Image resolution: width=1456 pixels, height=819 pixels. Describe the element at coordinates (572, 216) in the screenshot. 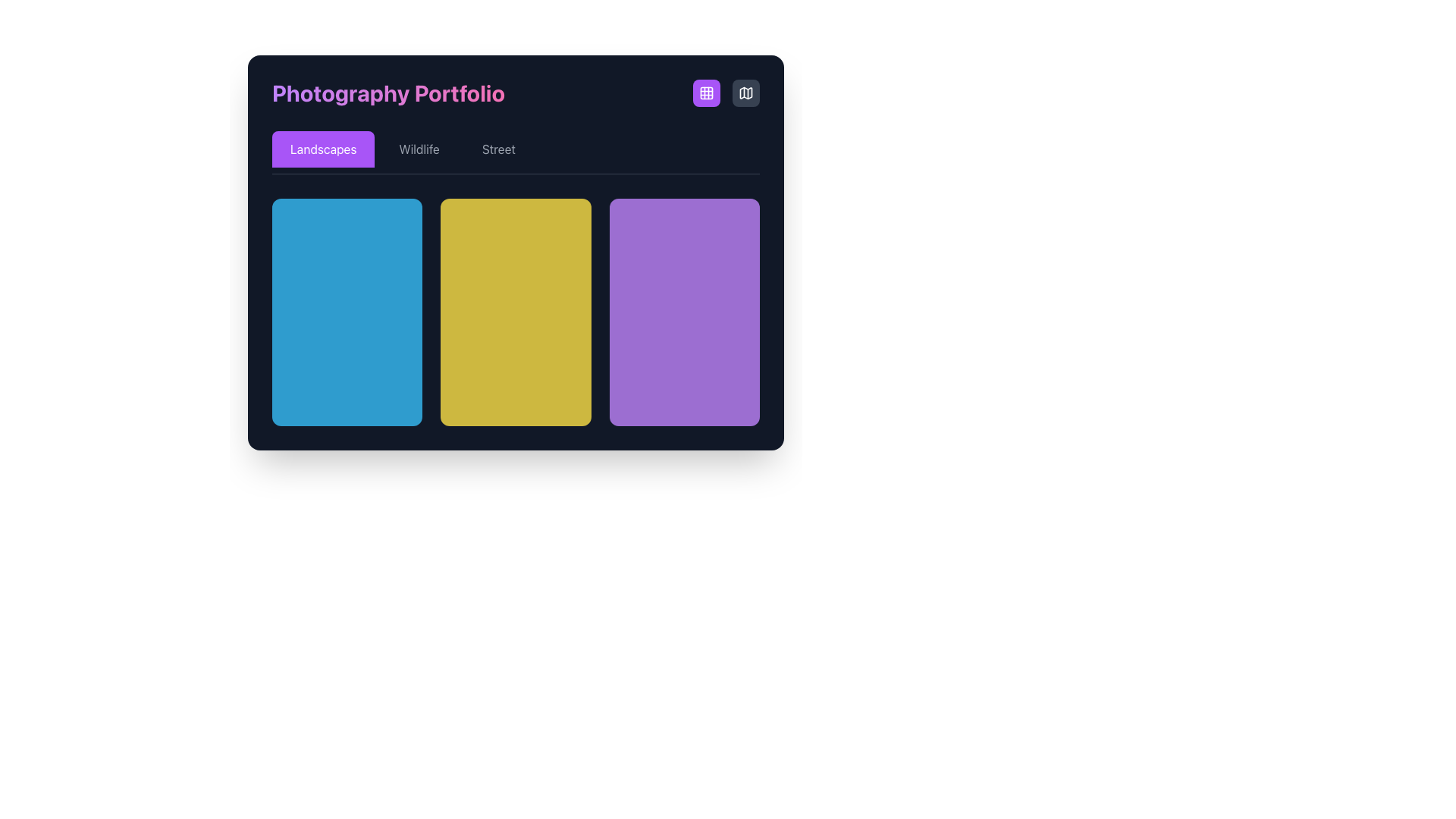

I see `the second circle in a horizontal pair, which serves as a decorative or status-indicating visual element located towards the center-right of the interface` at that location.